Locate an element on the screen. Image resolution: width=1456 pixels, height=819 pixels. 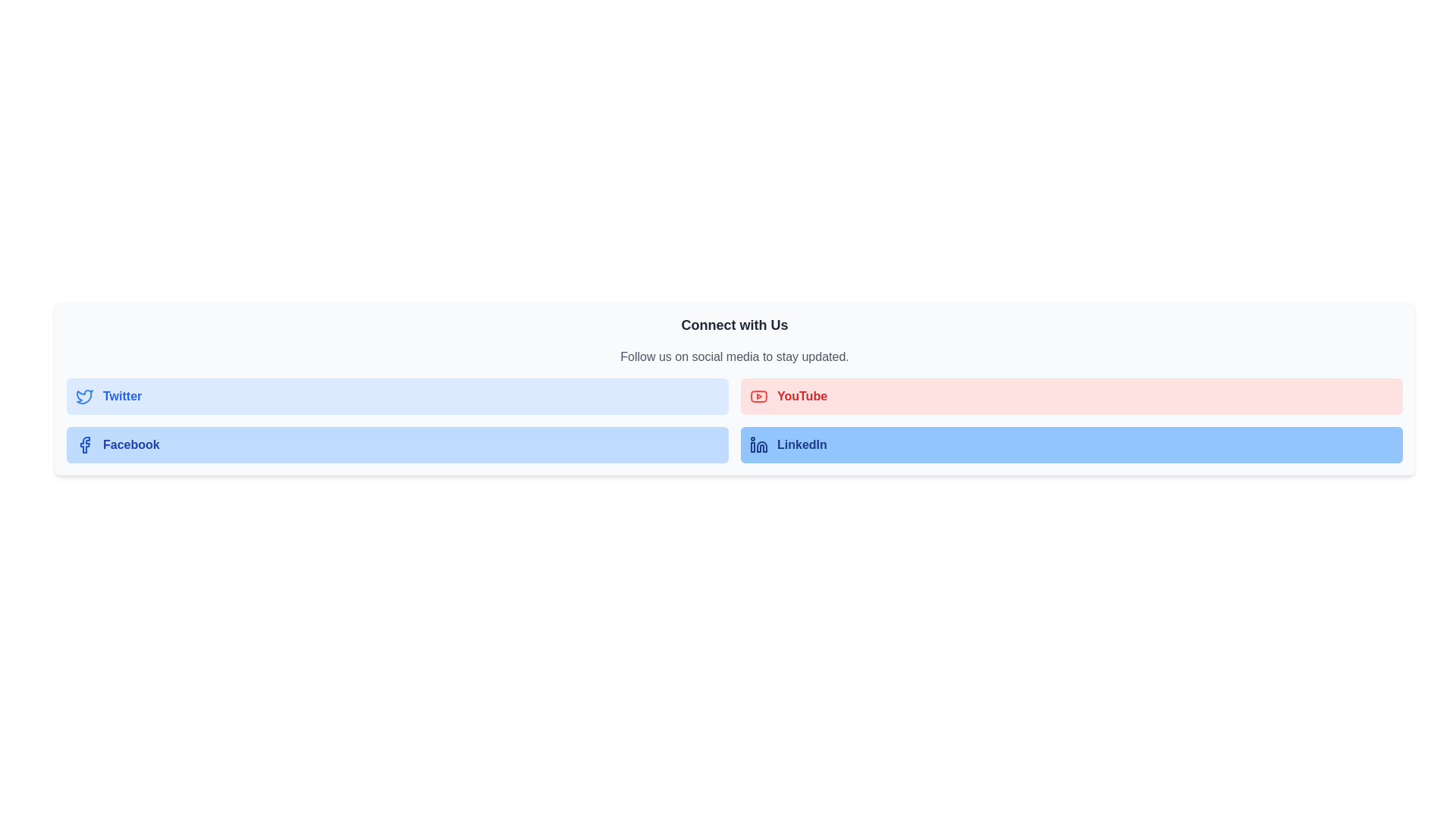
the central and larger inner detail of the LinkedIn icon located in the bottom-right corner of the row labeled 'LinkedIn' is located at coordinates (761, 446).